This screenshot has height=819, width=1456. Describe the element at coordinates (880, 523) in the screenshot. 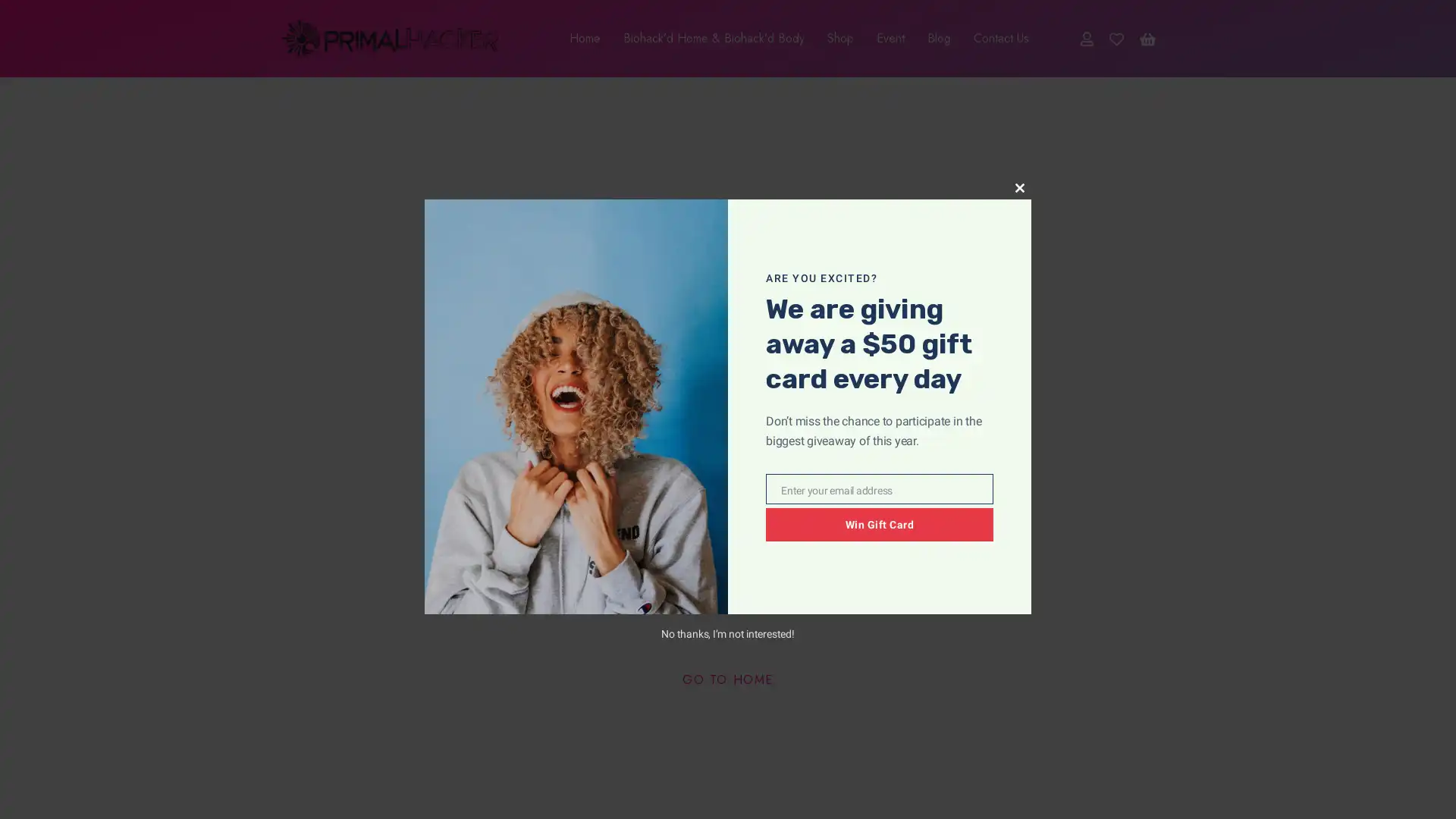

I see `Win Gift Card` at that location.